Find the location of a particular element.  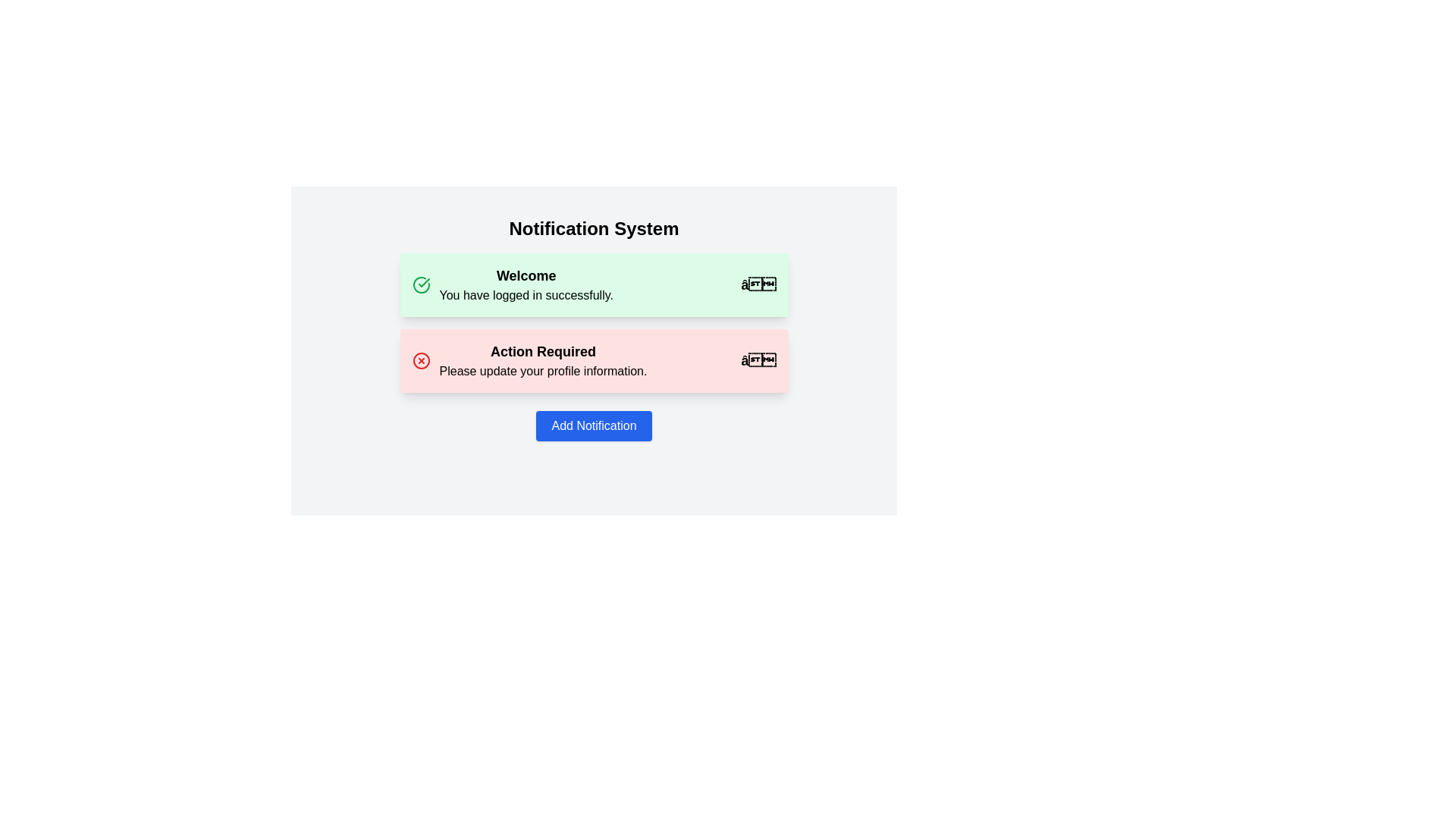

the static text label displaying 'You have logged in successfully.' which is styled in a standard font and positioned below the 'Welcome' heading in a green box is located at coordinates (526, 295).